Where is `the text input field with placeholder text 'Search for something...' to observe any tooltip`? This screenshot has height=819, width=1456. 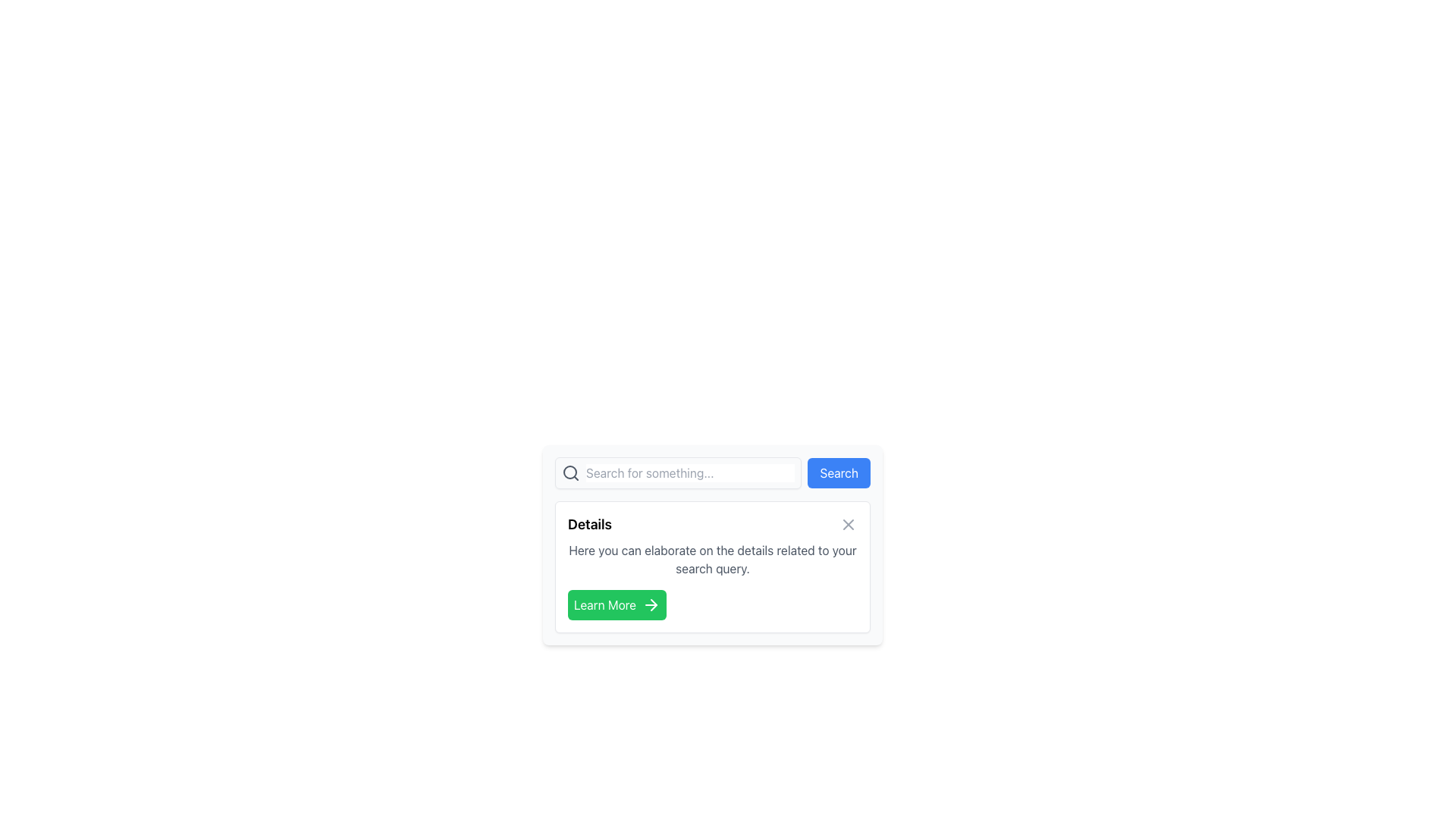
the text input field with placeholder text 'Search for something...' to observe any tooltip is located at coordinates (689, 472).